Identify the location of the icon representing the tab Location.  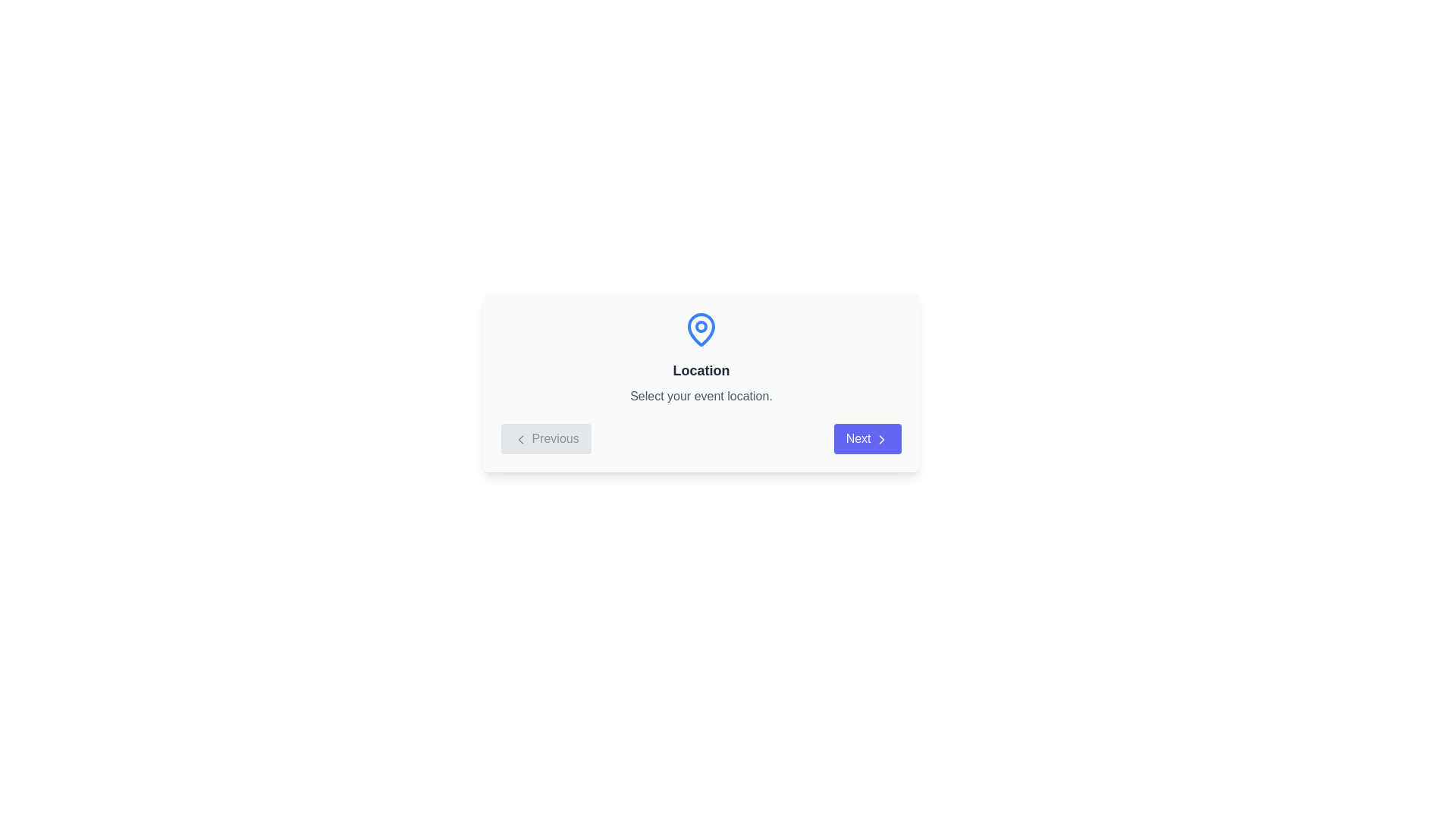
(701, 329).